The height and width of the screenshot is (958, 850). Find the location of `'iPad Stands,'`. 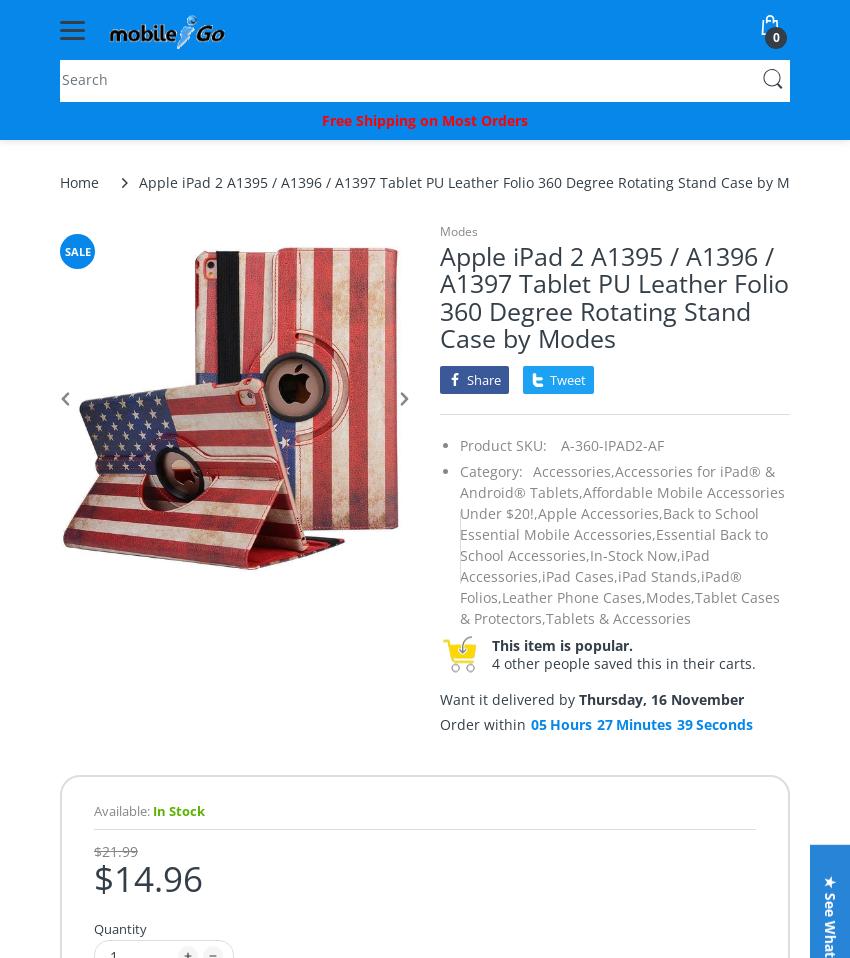

'iPad Stands,' is located at coordinates (659, 575).